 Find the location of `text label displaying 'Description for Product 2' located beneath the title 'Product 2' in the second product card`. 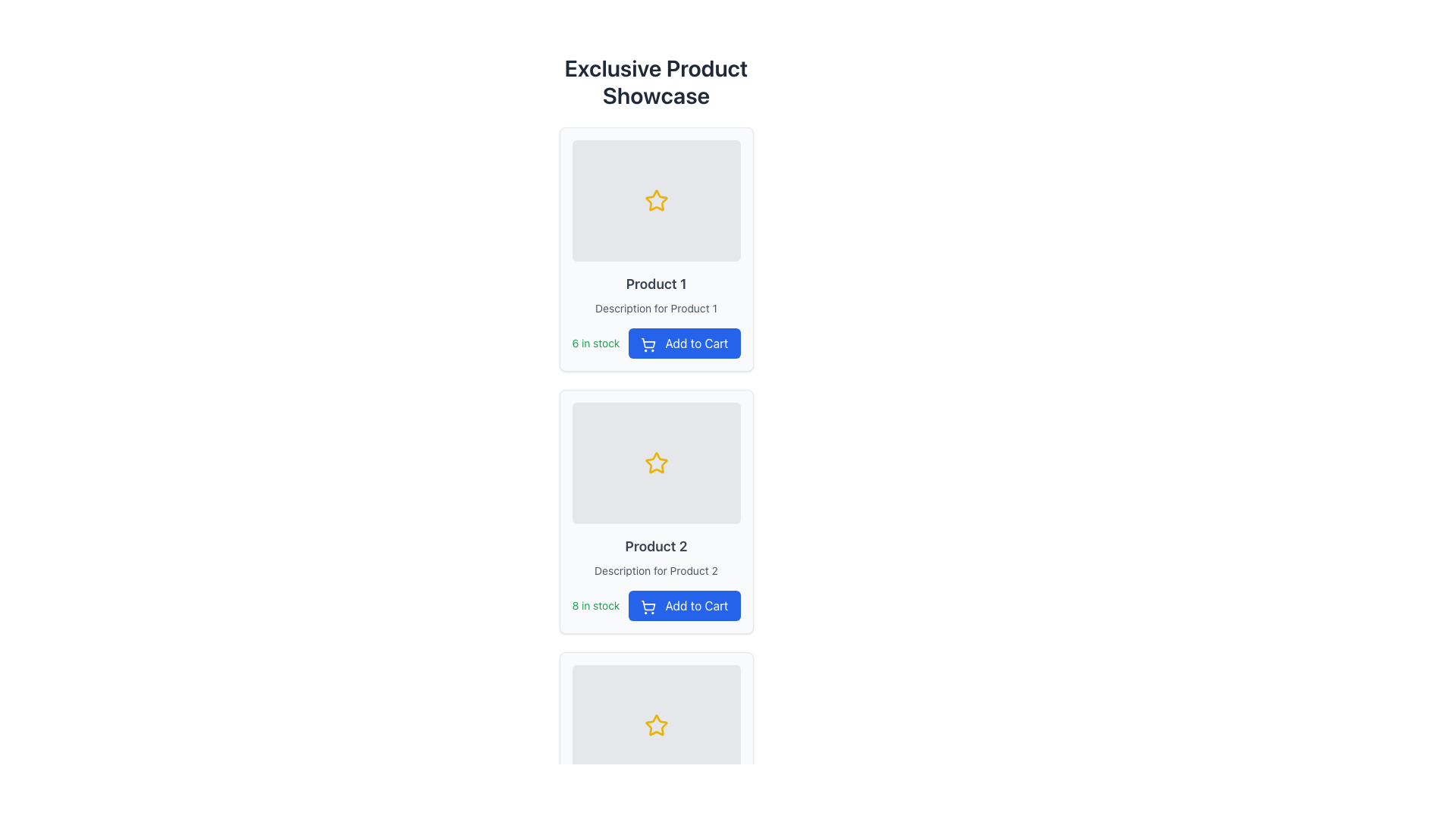

text label displaying 'Description for Product 2' located beneath the title 'Product 2' in the second product card is located at coordinates (656, 570).